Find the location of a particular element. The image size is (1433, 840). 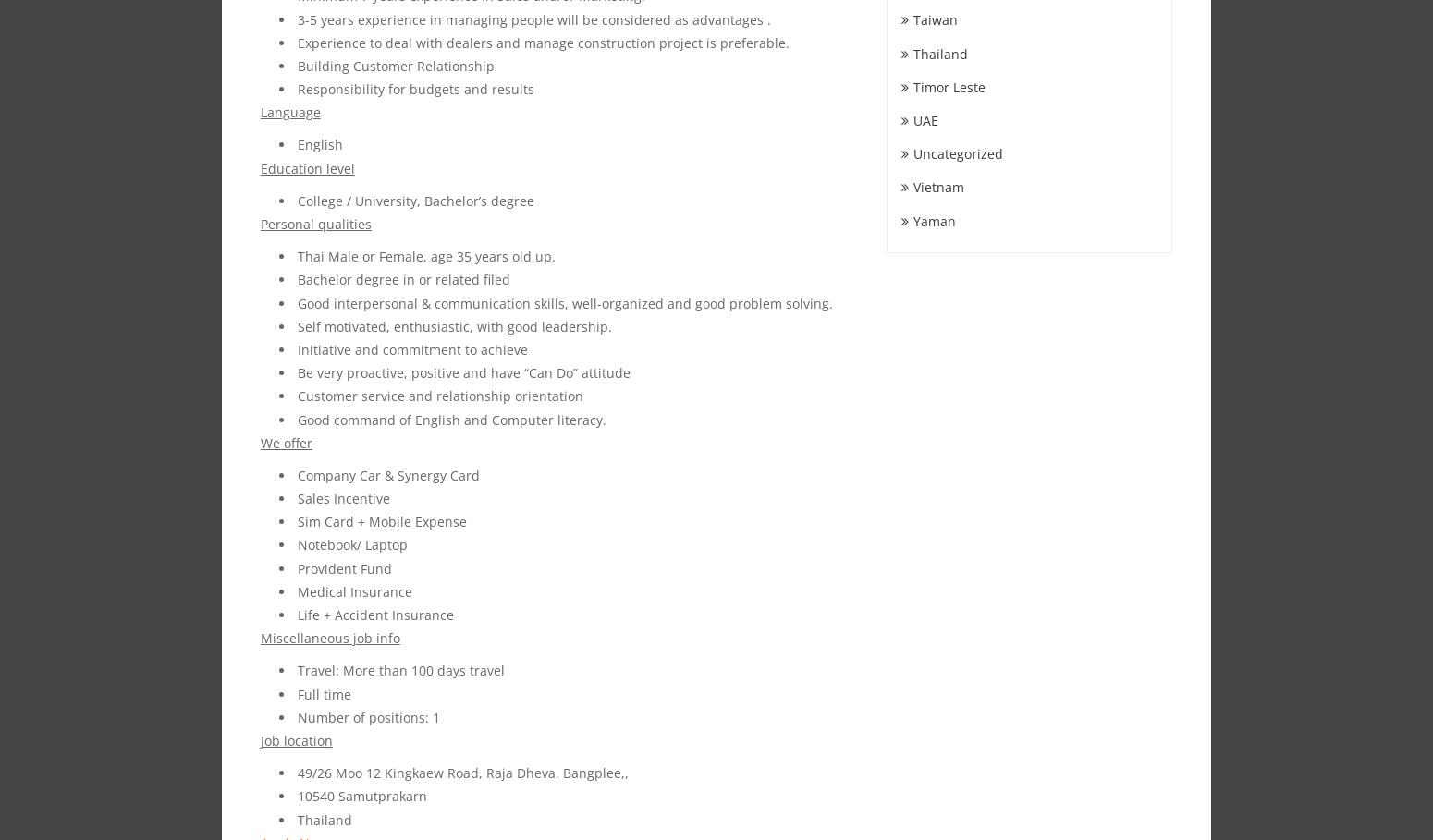

'Customer service and relationship orientation' is located at coordinates (296, 395).